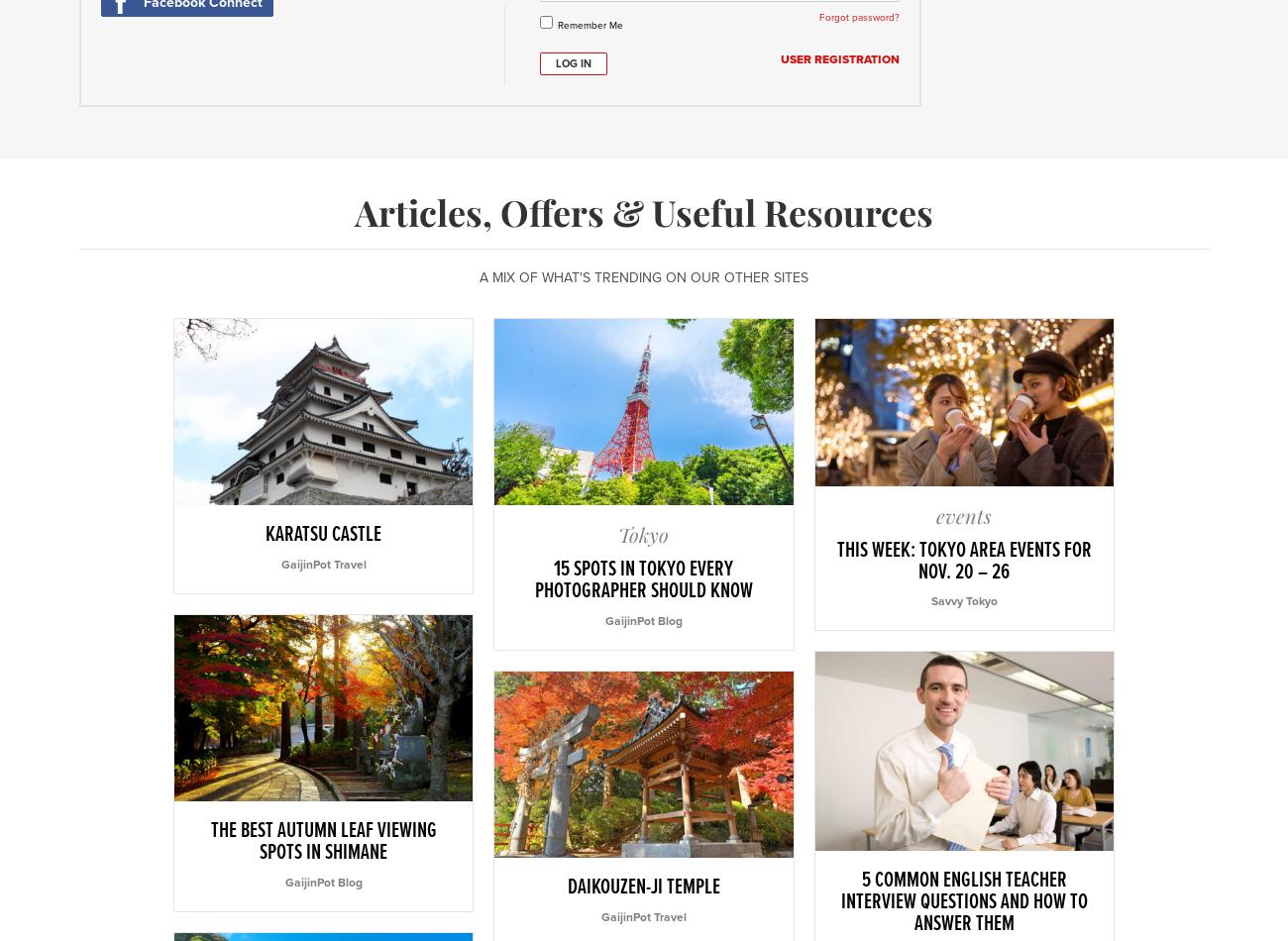 This screenshot has height=941, width=1288. What do you see at coordinates (643, 534) in the screenshot?
I see `'Tokyo'` at bounding box center [643, 534].